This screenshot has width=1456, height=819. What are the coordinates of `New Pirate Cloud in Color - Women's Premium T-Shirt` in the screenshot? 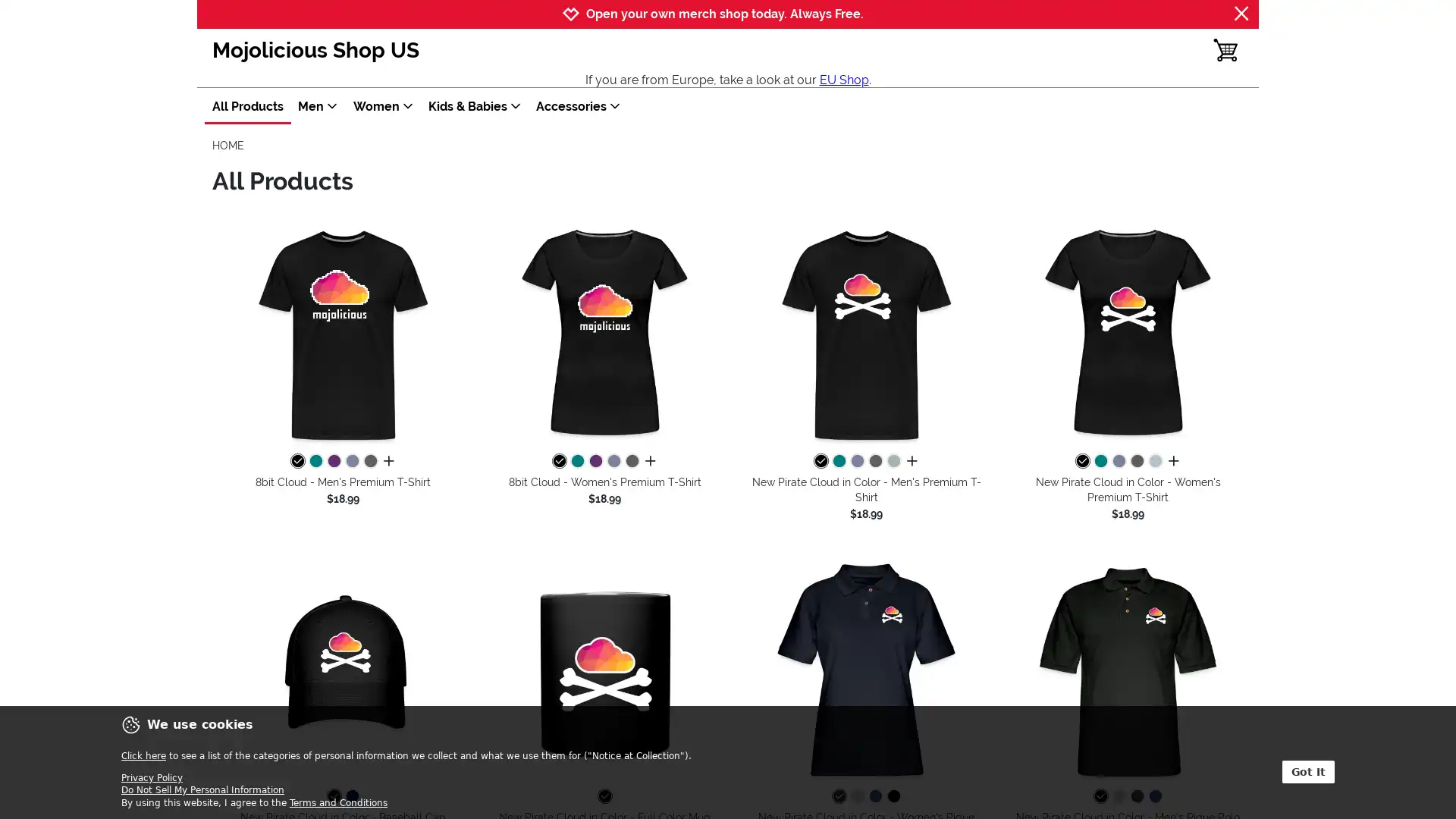 It's located at (1128, 333).